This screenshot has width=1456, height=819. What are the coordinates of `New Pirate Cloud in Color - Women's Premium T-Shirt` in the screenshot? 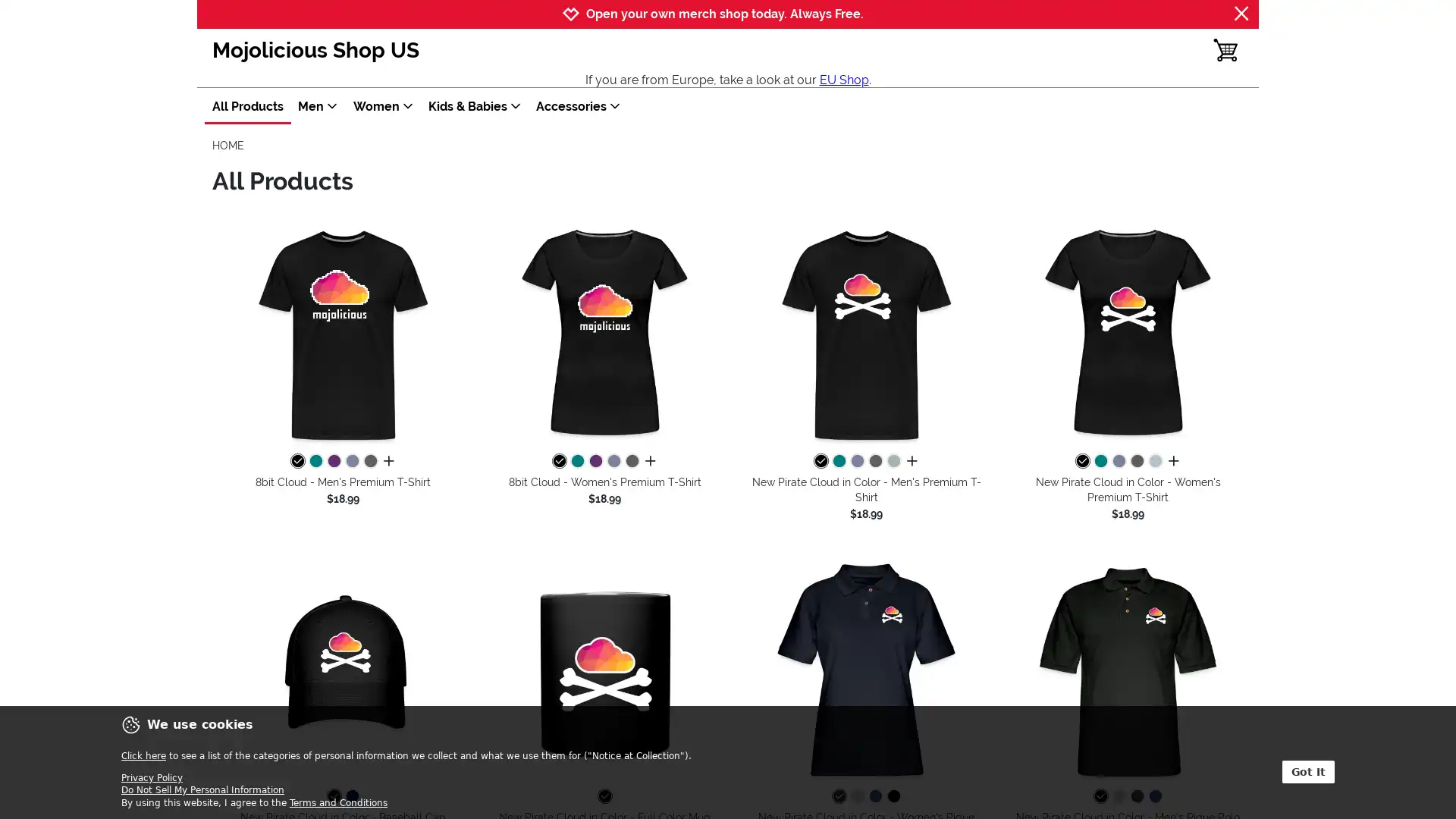 It's located at (1128, 333).